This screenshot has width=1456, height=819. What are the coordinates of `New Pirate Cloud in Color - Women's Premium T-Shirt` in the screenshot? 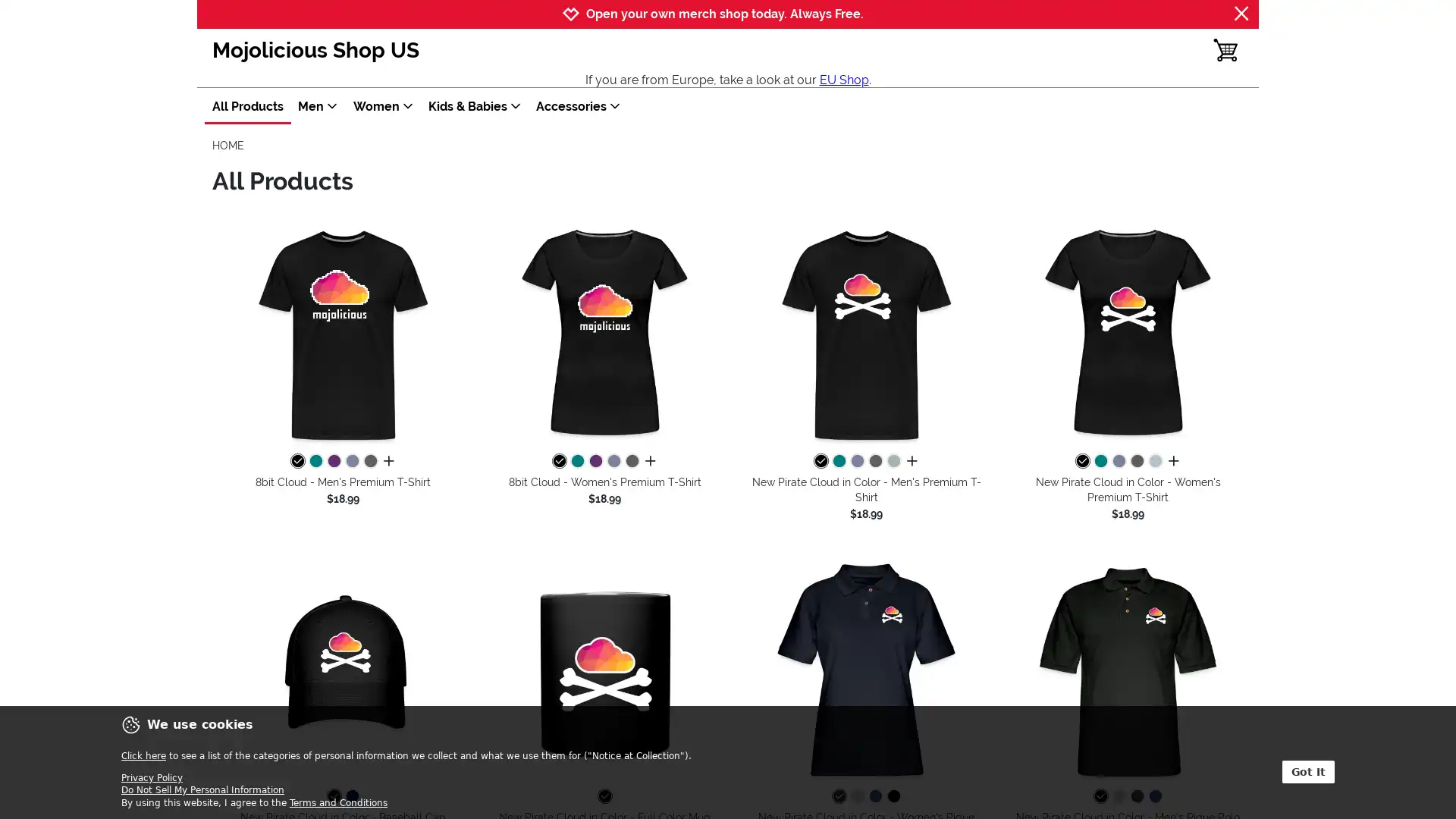 It's located at (1128, 333).